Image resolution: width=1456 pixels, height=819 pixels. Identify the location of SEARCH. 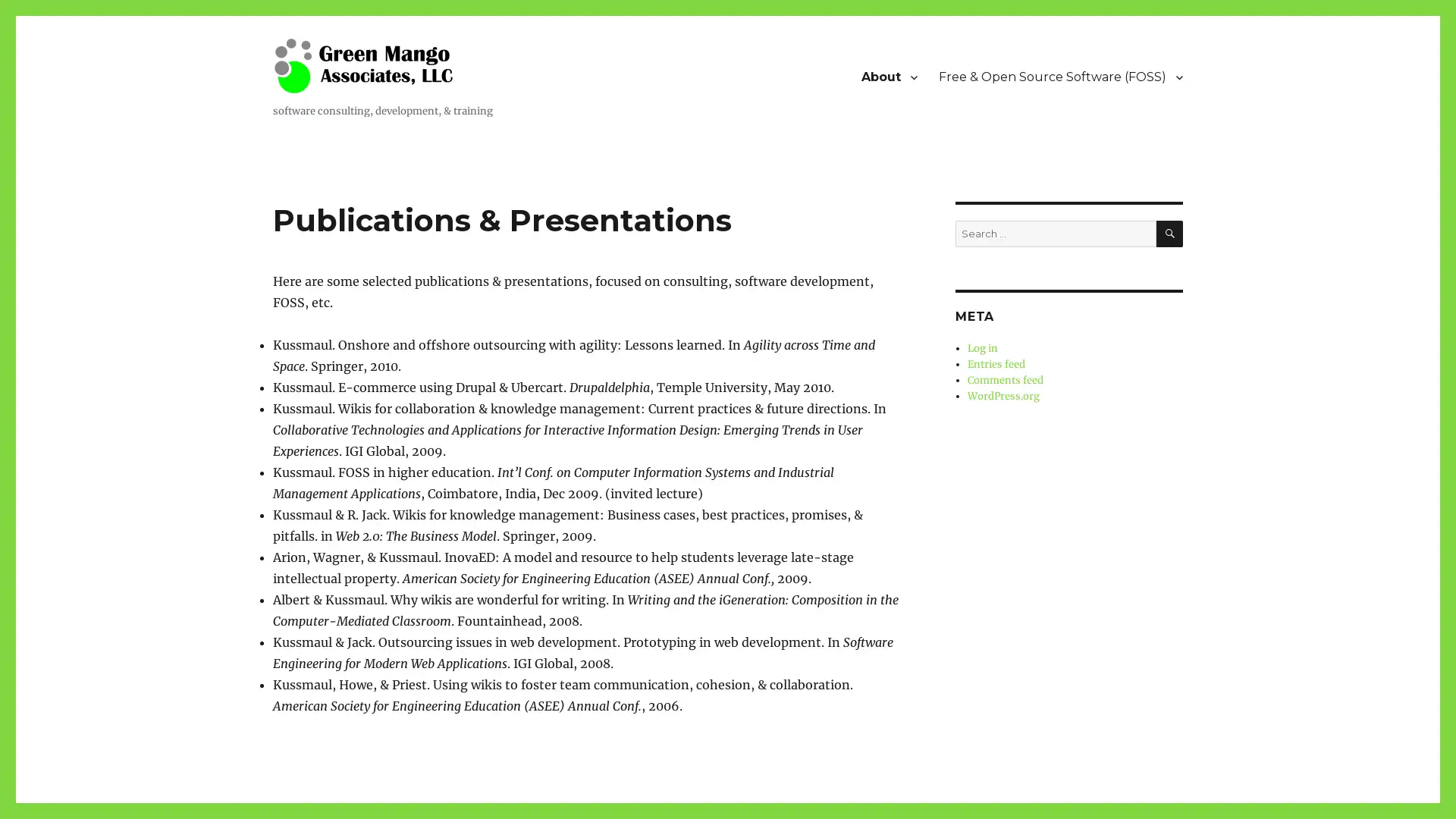
(1169, 234).